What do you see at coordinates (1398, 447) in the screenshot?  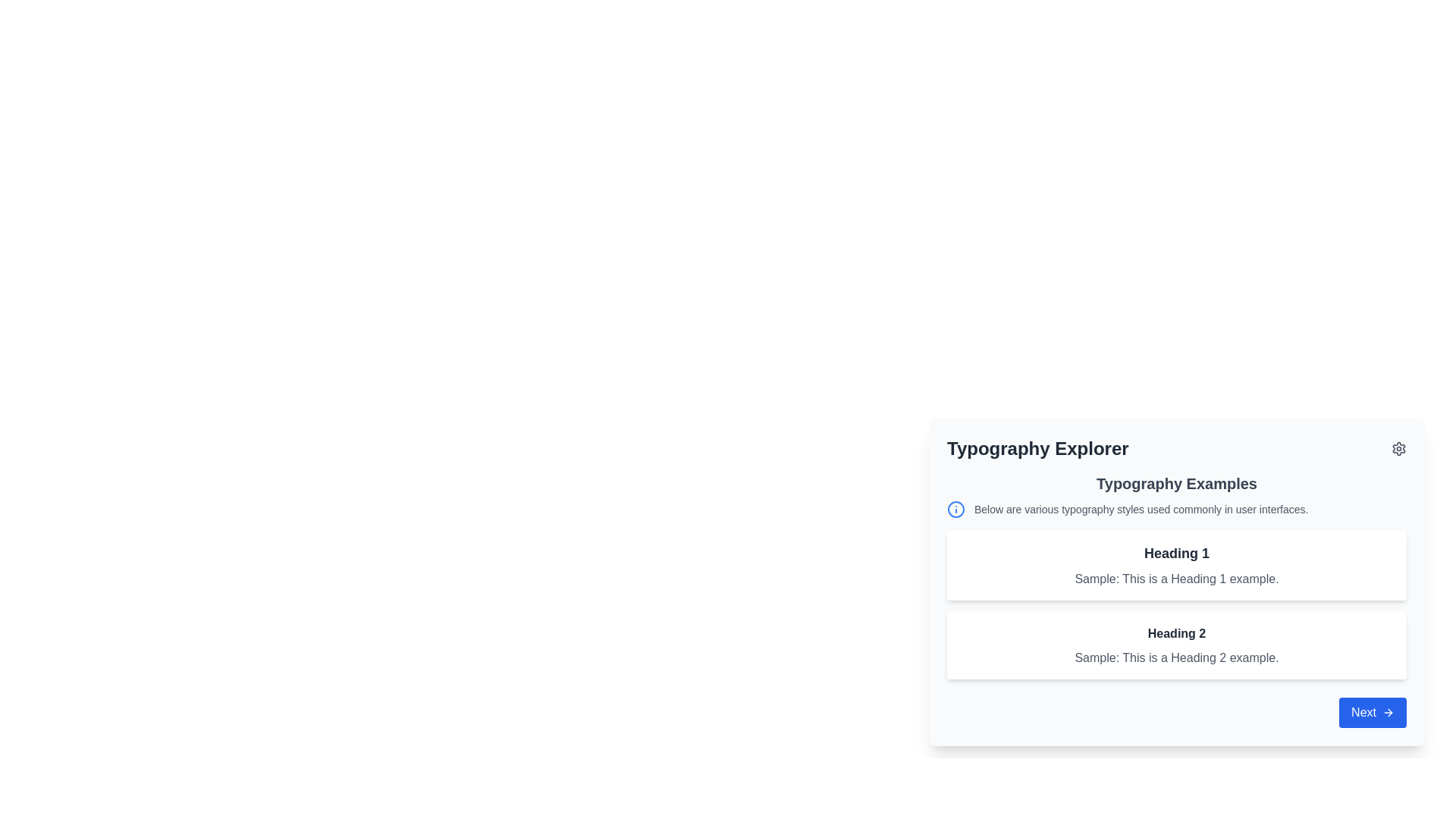 I see `the circular gear icon in the top-right corner of the 'Typography Explorer' panel, styled in gray` at bounding box center [1398, 447].